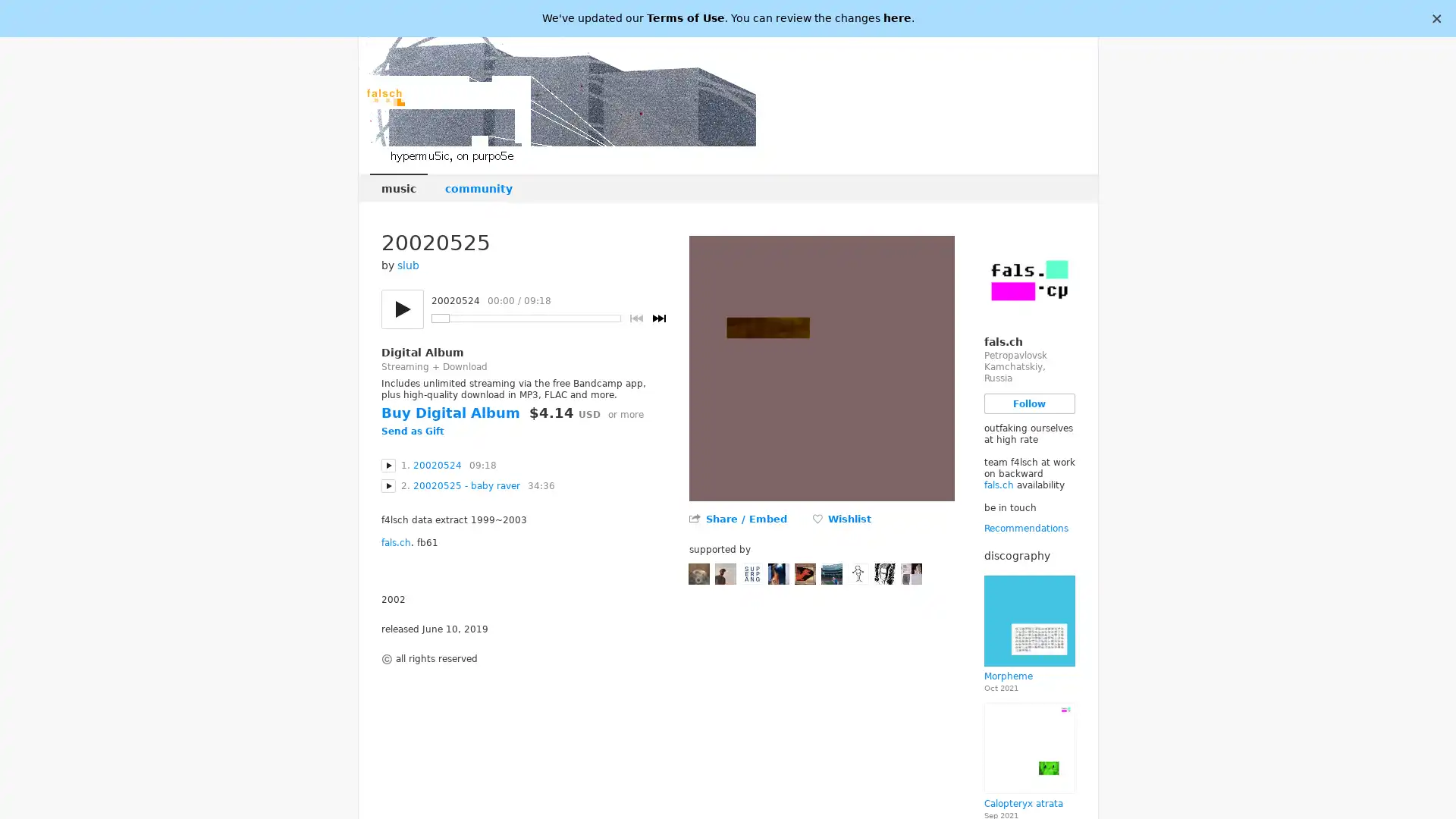  What do you see at coordinates (1029, 403) in the screenshot?
I see `Follow` at bounding box center [1029, 403].